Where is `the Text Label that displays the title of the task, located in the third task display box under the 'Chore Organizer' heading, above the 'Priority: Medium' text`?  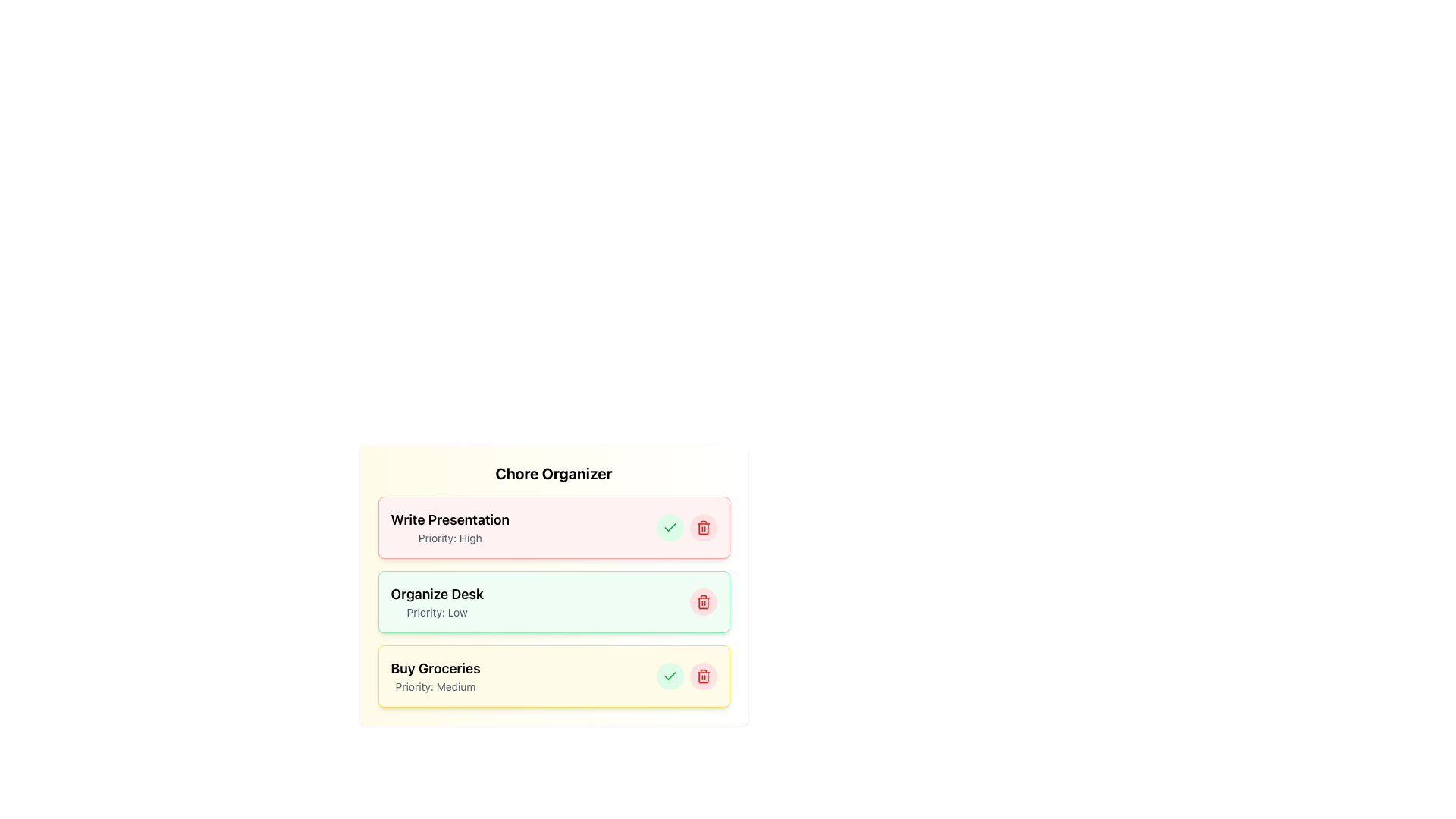
the Text Label that displays the title of the task, located in the third task display box under the 'Chore Organizer' heading, above the 'Priority: Medium' text is located at coordinates (435, 668).